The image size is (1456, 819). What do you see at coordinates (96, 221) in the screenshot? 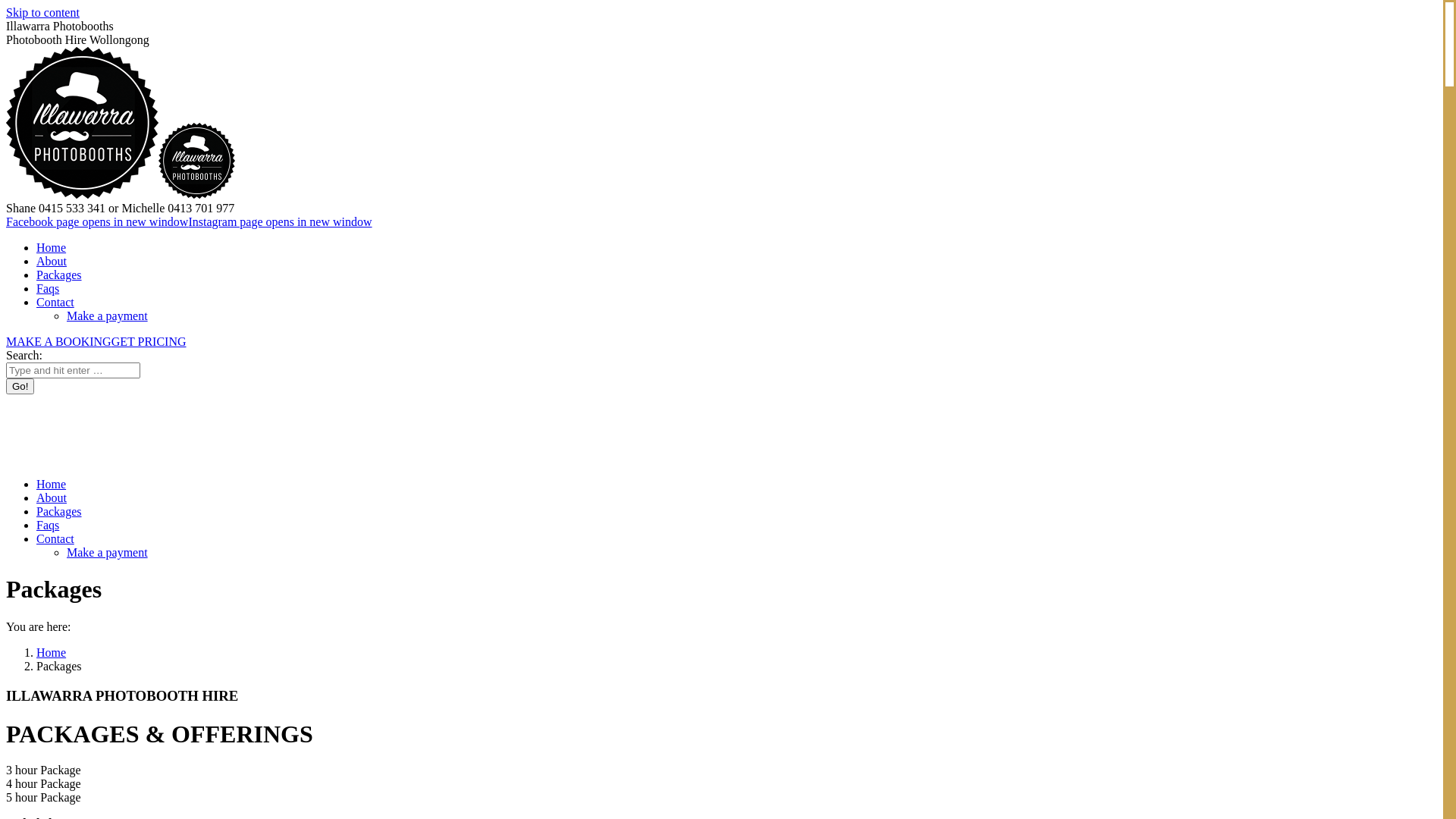
I see `'Facebook page opens in new window'` at bounding box center [96, 221].